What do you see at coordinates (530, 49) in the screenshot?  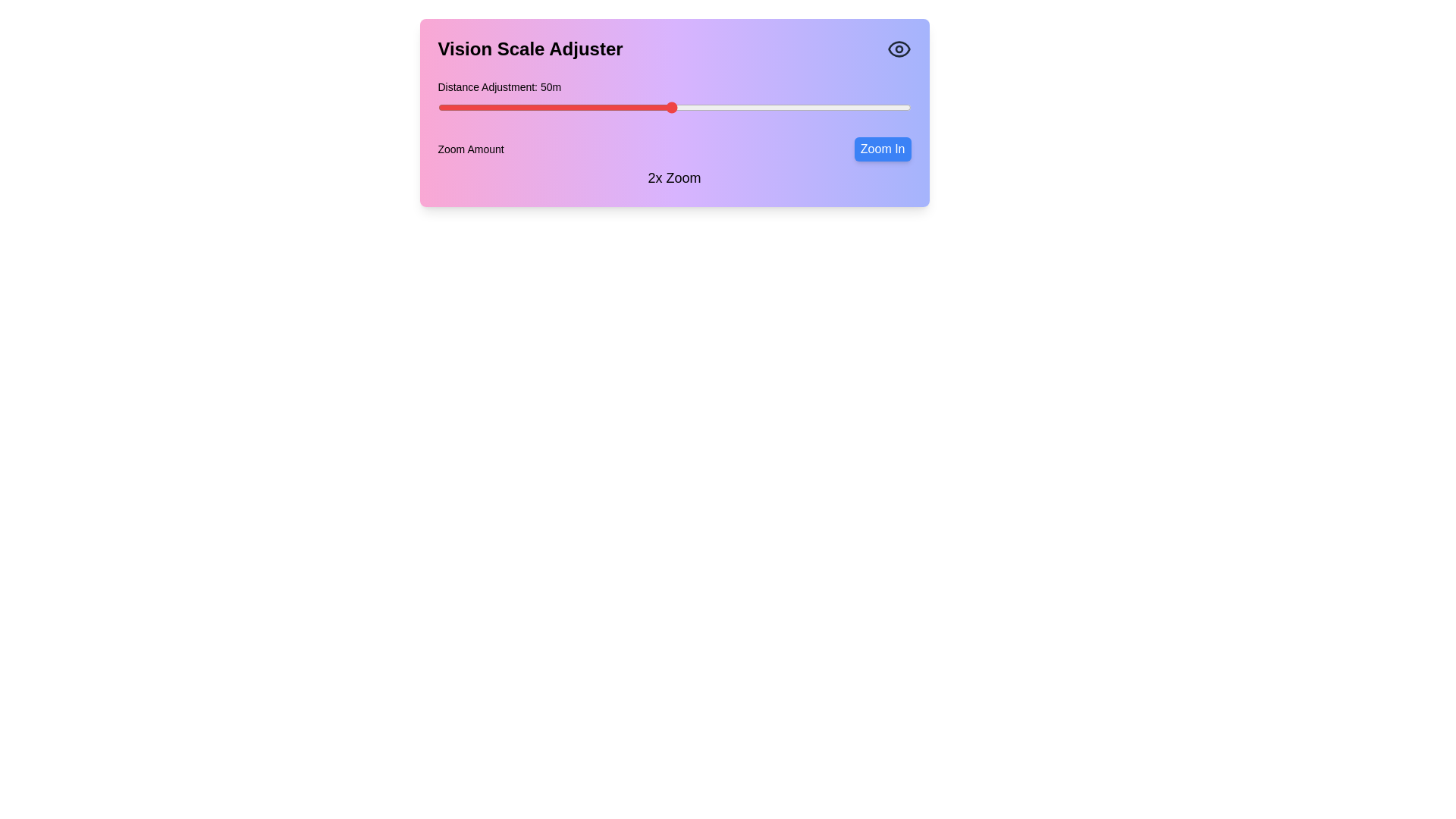 I see `the 'Vision Scale Adjuster' text header, which is a bold and large title displayed at the top of a pink-to-purple gradient background card` at bounding box center [530, 49].